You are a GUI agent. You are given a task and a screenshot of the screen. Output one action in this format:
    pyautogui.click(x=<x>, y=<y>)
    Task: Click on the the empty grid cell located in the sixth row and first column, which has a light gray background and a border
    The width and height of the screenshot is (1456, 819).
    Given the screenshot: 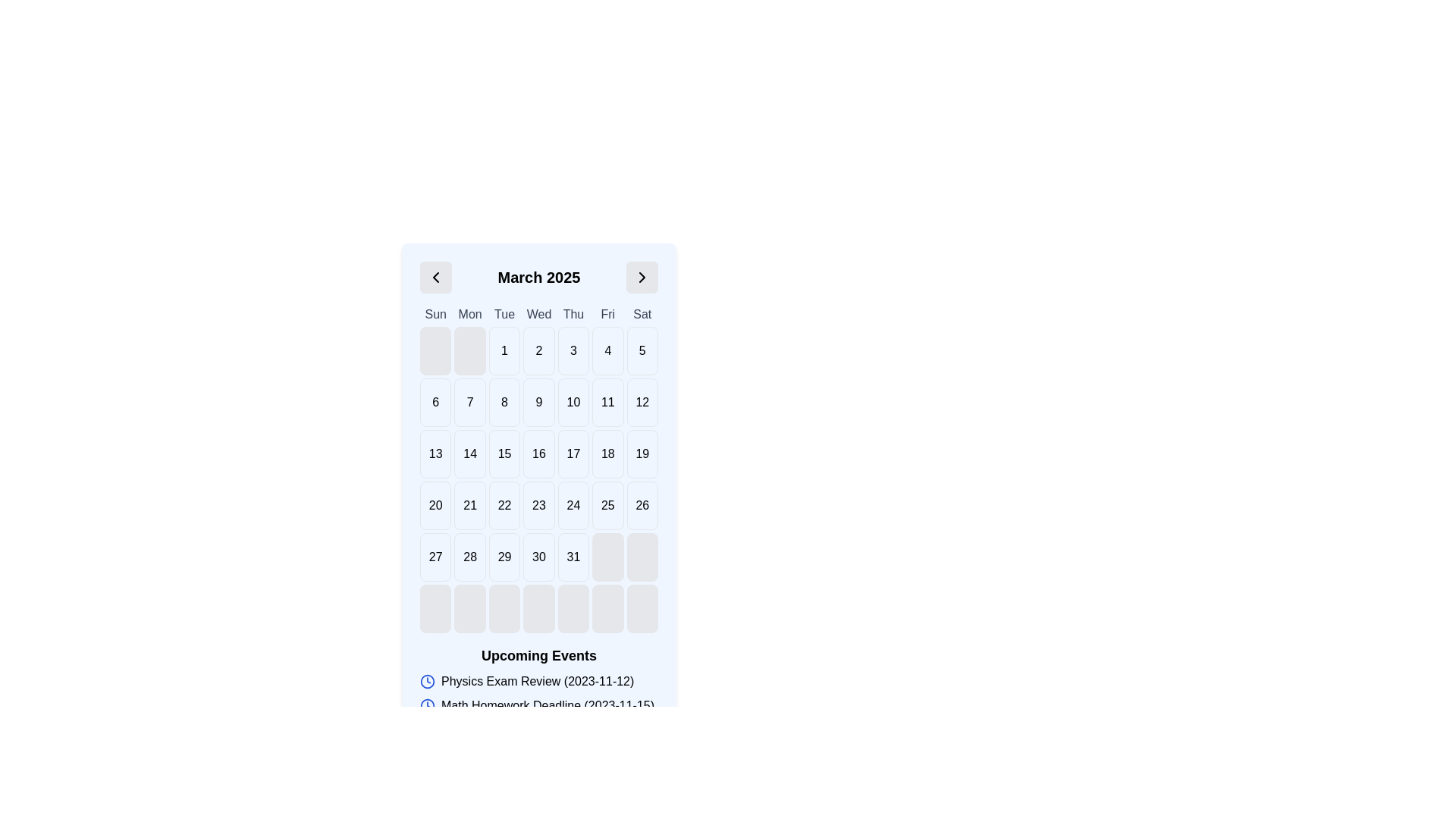 What is the action you would take?
    pyautogui.click(x=435, y=607)
    